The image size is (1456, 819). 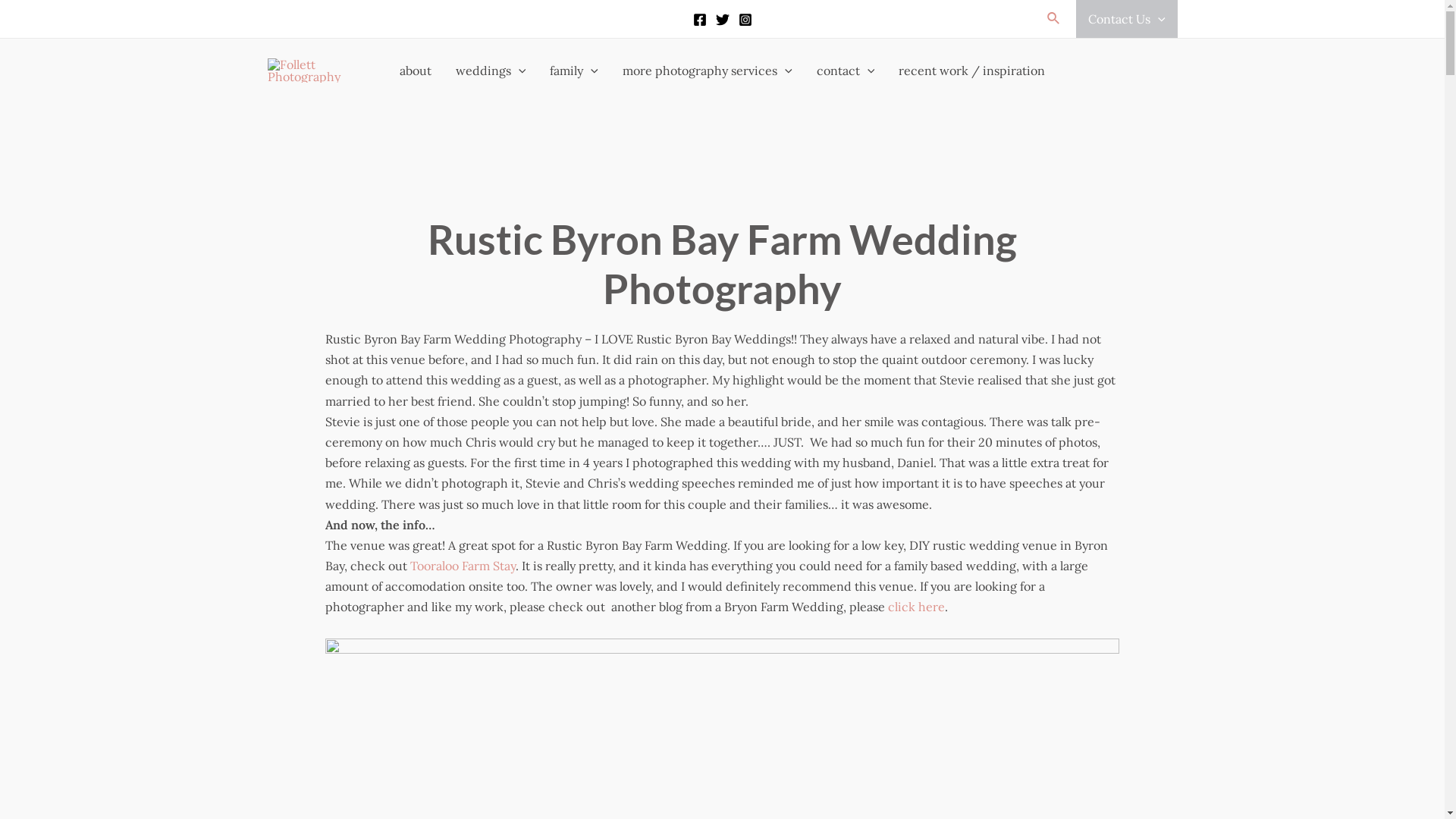 I want to click on 'about', so click(x=387, y=70).